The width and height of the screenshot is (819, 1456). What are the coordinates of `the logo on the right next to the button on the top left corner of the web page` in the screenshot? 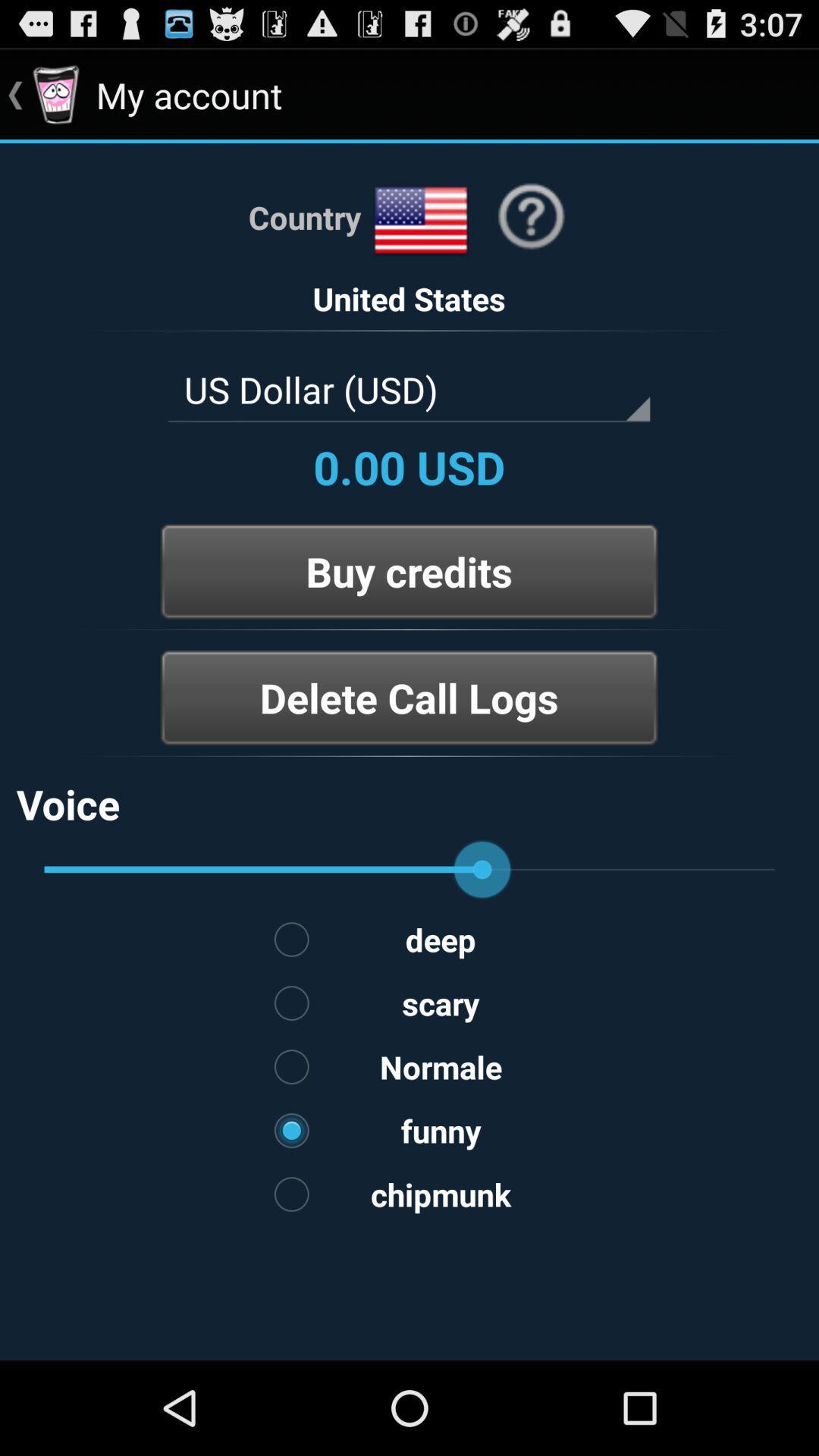 It's located at (55, 94).